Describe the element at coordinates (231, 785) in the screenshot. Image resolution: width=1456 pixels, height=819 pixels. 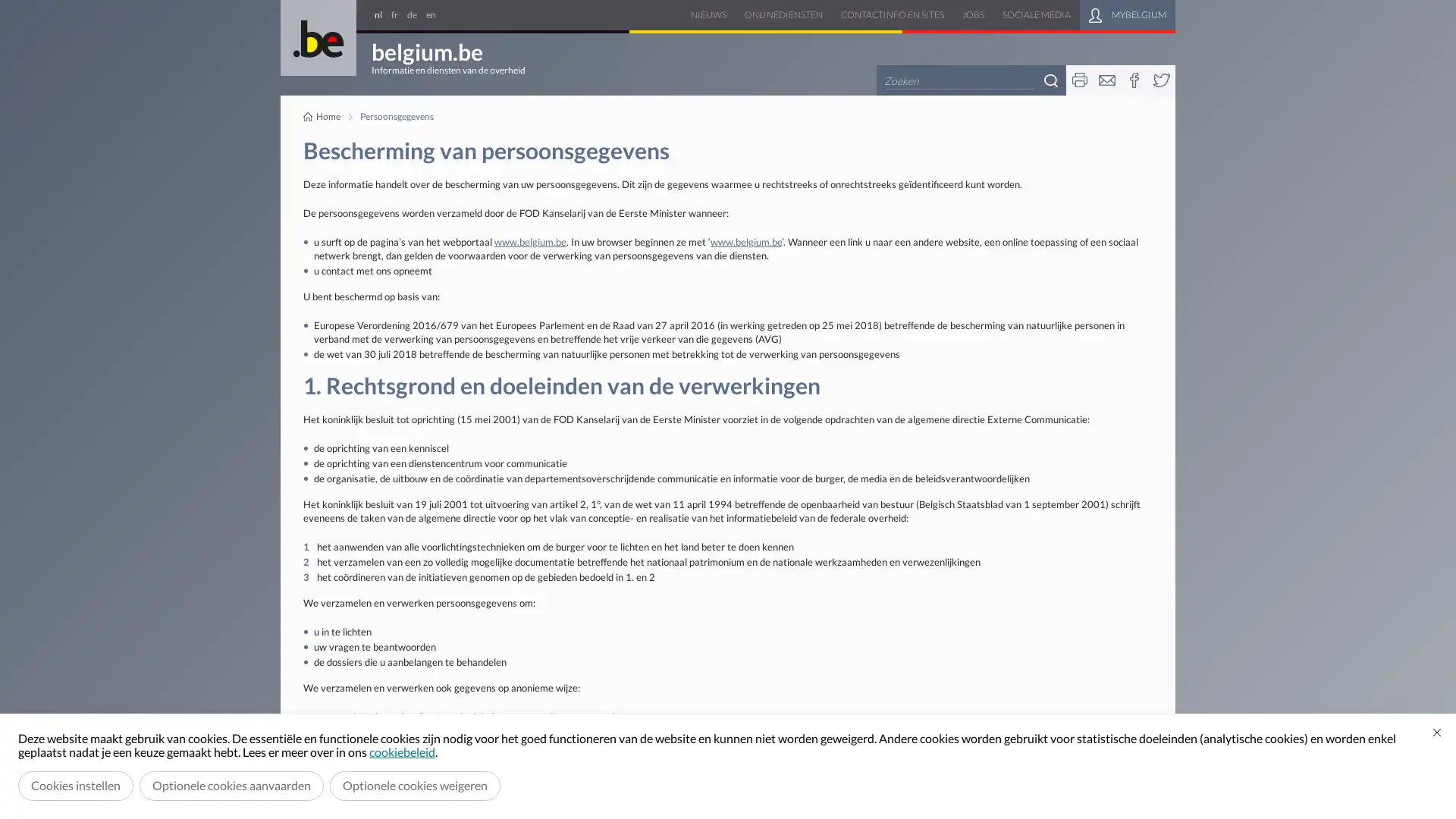
I see `Optionele cookies aanvaarden` at that location.